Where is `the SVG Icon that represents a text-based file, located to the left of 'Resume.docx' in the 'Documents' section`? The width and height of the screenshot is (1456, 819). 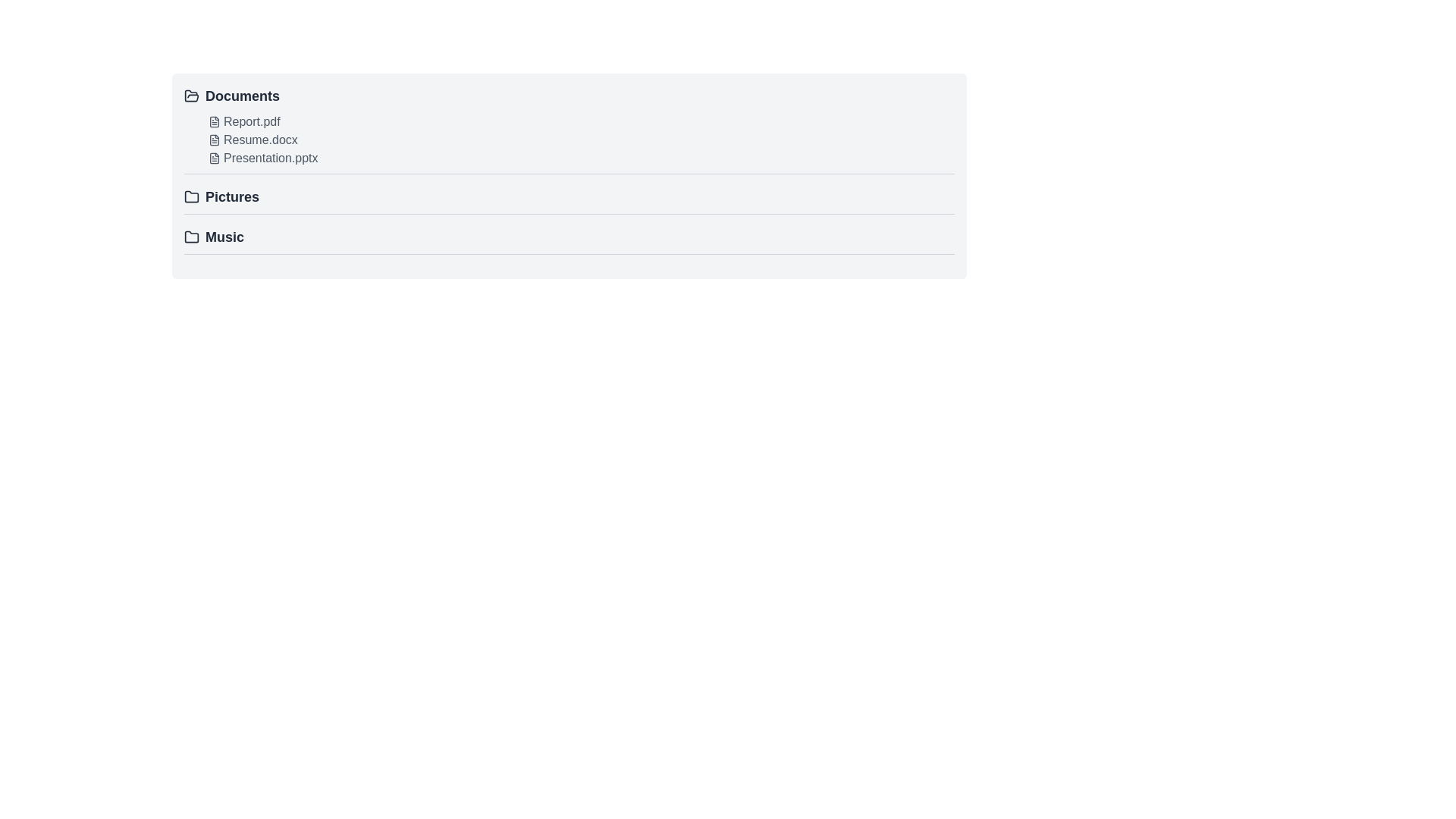
the SVG Icon that represents a text-based file, located to the left of 'Resume.docx' in the 'Documents' section is located at coordinates (214, 140).